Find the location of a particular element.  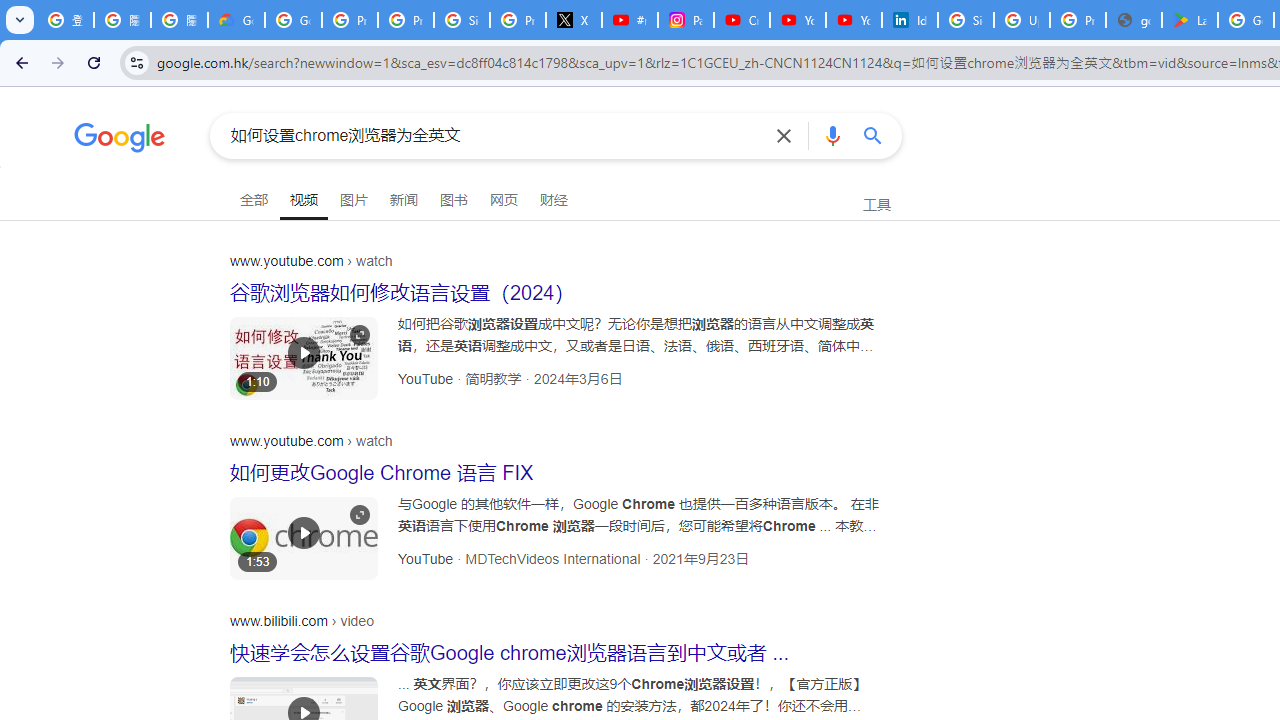

'X' is located at coordinates (573, 20).